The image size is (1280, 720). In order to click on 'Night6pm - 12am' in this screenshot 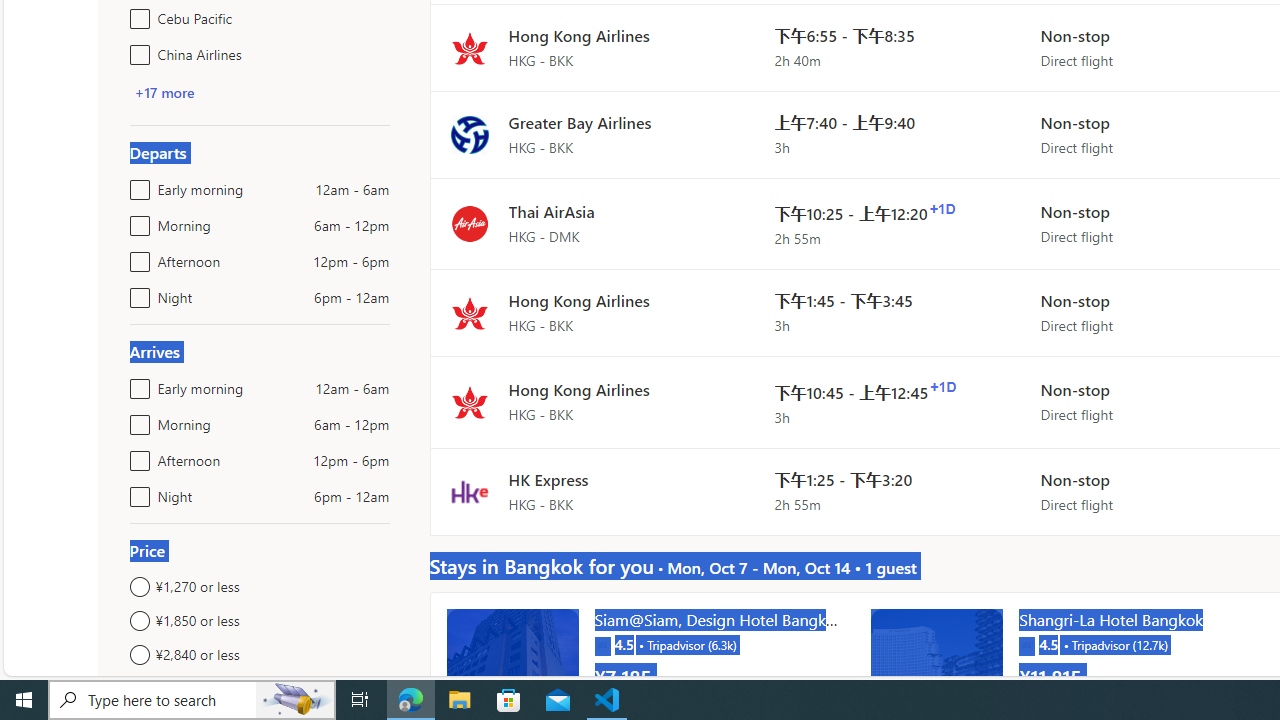, I will do `click(135, 492)`.